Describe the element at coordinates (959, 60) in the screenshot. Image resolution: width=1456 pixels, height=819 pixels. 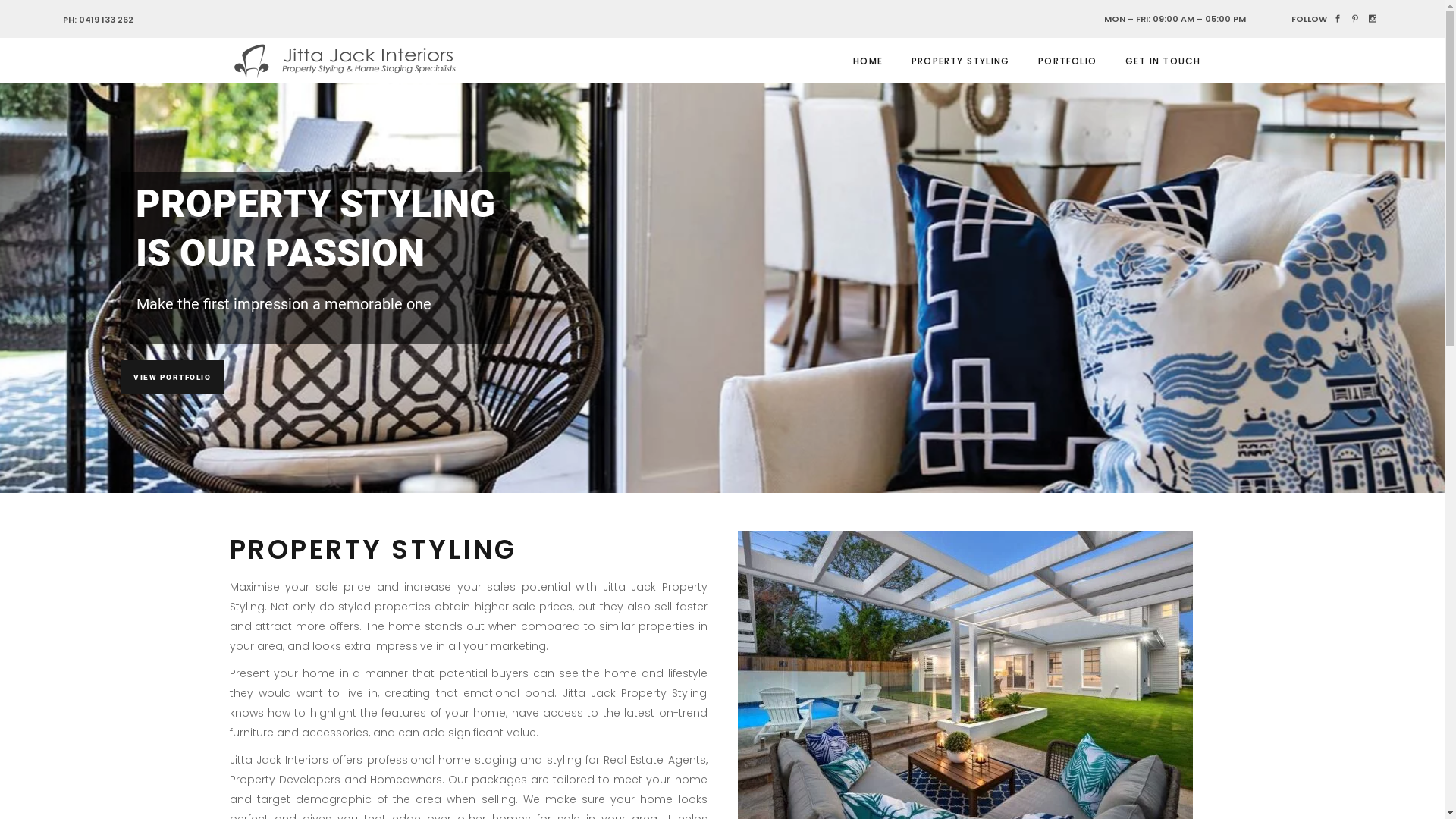
I see `'PROPERTY STYLING'` at that location.